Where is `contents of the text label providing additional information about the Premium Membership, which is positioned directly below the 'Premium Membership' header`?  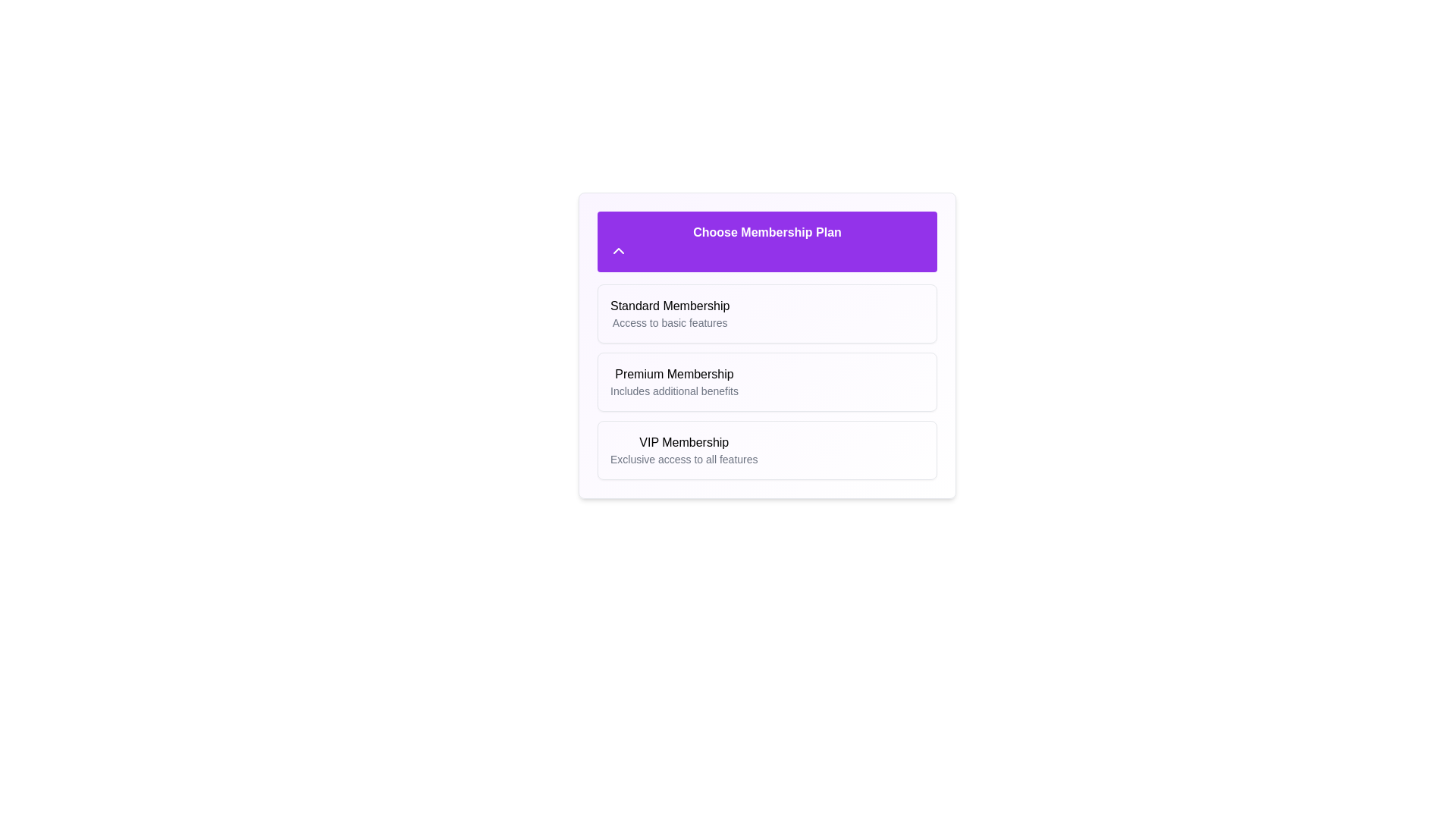
contents of the text label providing additional information about the Premium Membership, which is positioned directly below the 'Premium Membership' header is located at coordinates (673, 391).